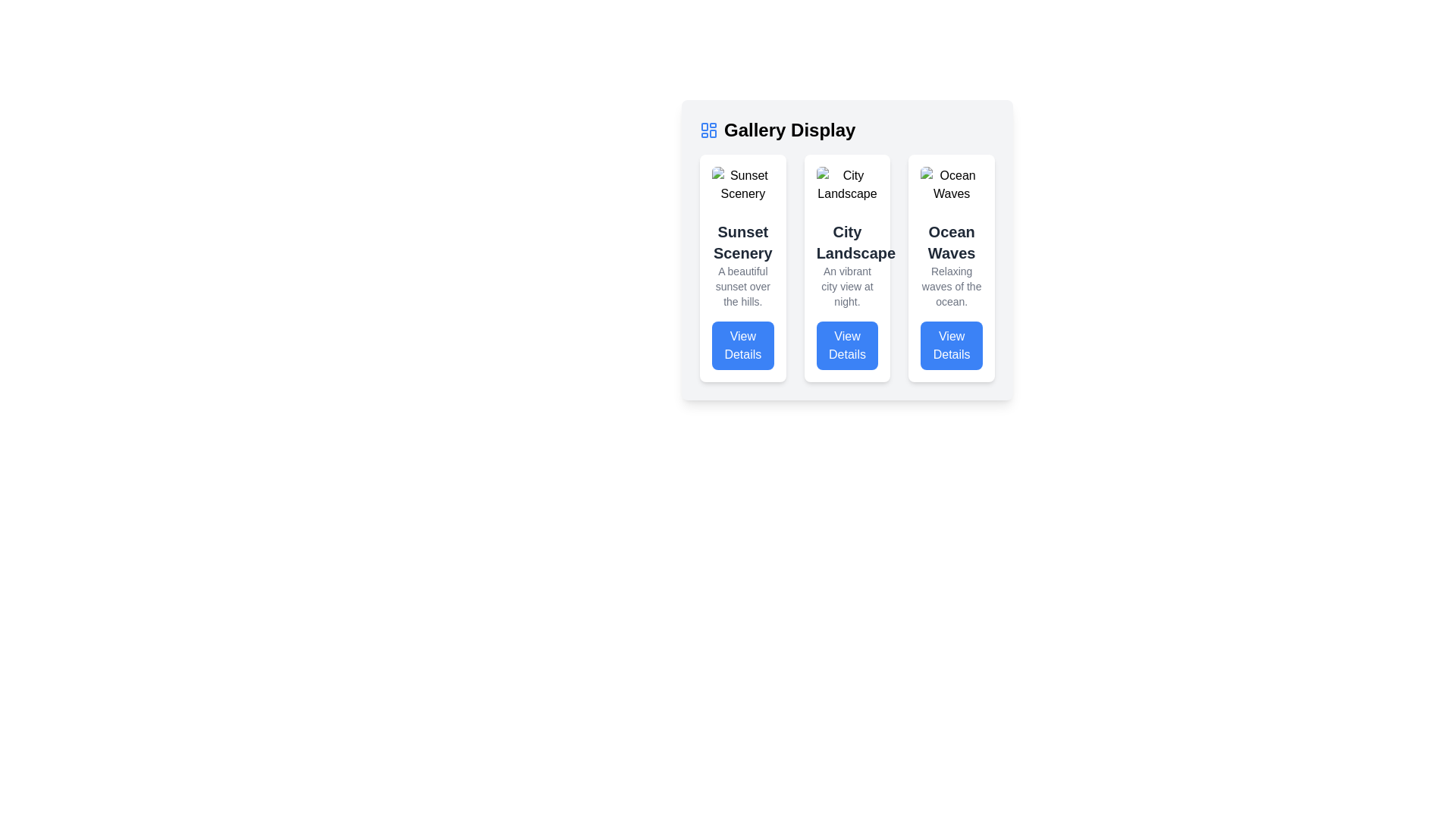 The image size is (1456, 819). Describe the element at coordinates (951, 242) in the screenshot. I see `the heading text 'Ocean Waves' displayed in a large, bold font at the top-middle of the card interface` at that location.